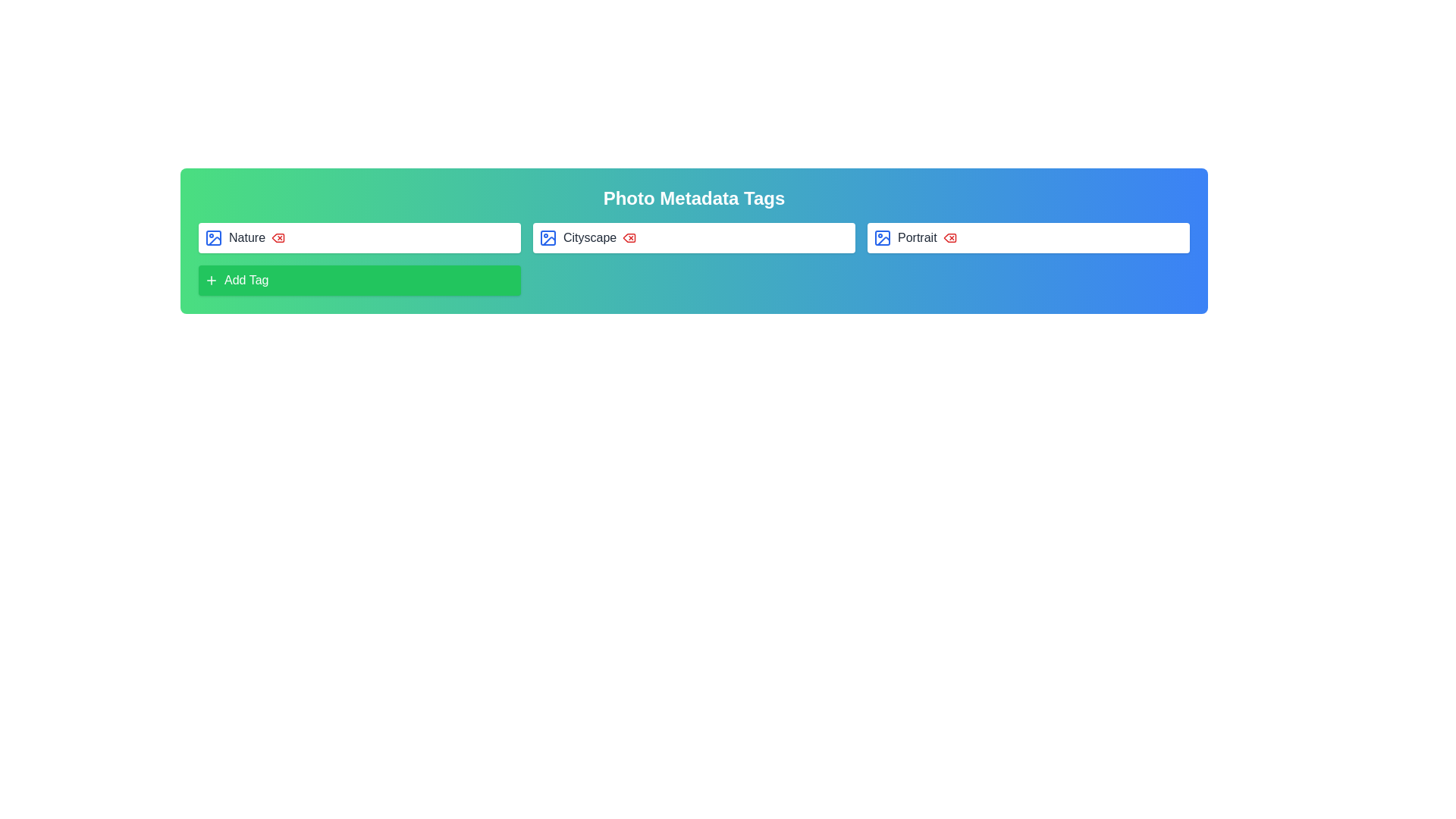 Image resolution: width=1456 pixels, height=819 pixels. Describe the element at coordinates (278, 237) in the screenshot. I see `the delete icon button located to the right of the 'Nature' tag` at that location.